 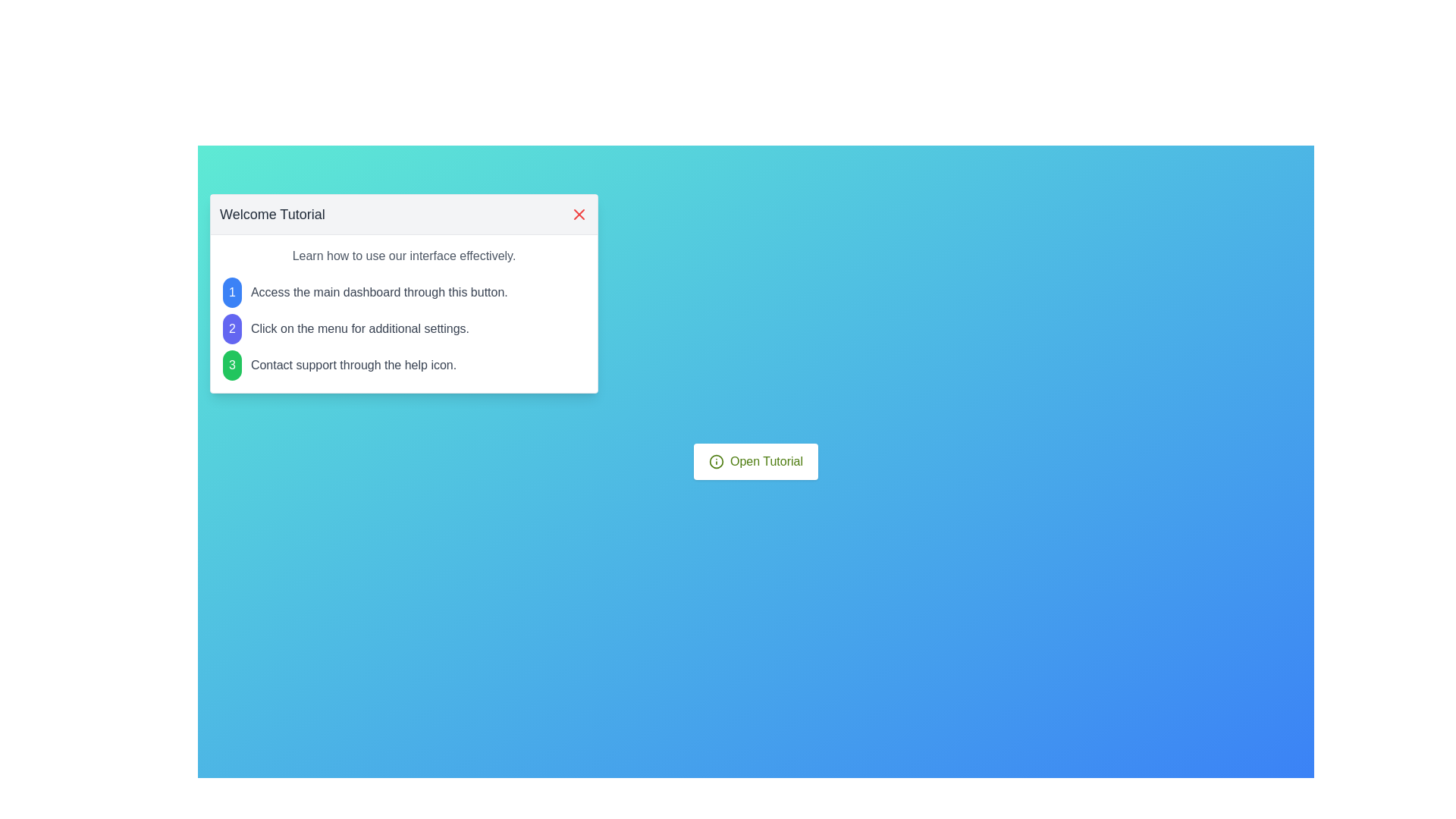 I want to click on the informational text label that provides instructions for accessing the main dashboard, located next to the blue-circle numbered '1' in the centered modal box, so click(x=379, y=292).